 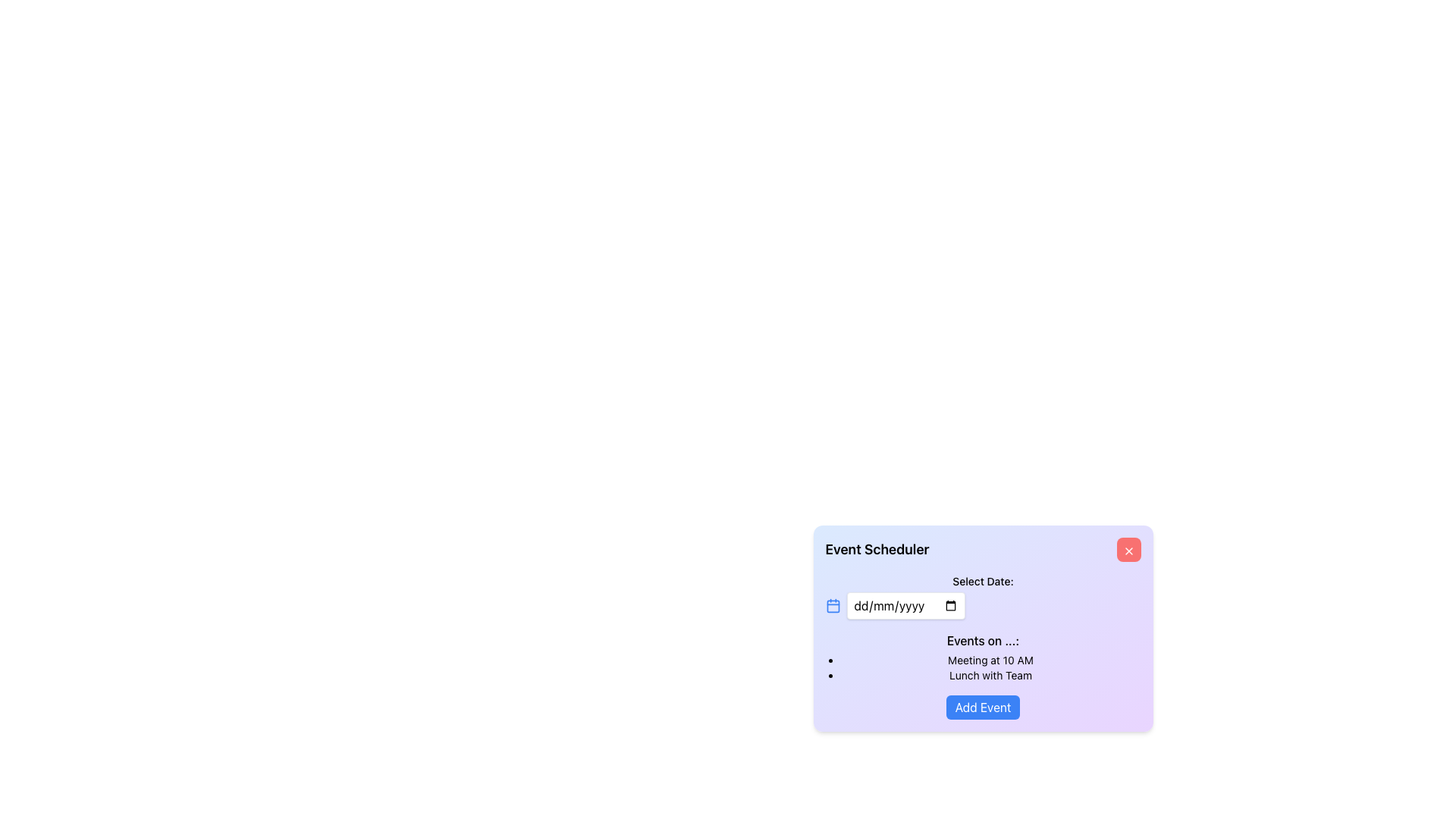 I want to click on the text element that serves as a visual indicator for the event labeled 'Lunch with Team', which is the second item in the bulleted list under the 'Events on ...:' section, so click(x=990, y=675).